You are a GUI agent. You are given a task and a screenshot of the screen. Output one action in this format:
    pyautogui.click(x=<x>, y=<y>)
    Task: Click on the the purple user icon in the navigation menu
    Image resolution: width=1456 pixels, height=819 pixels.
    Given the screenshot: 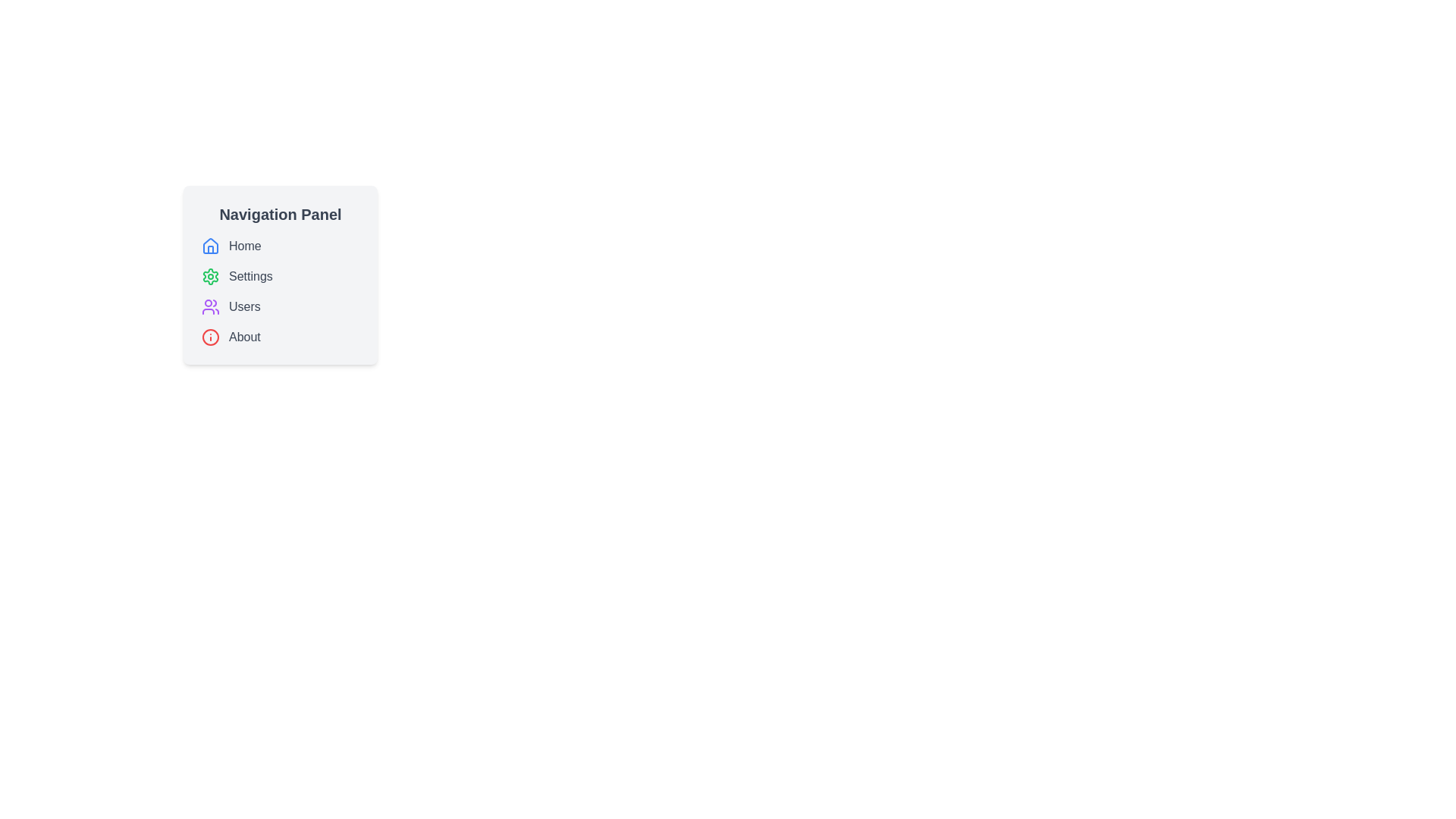 What is the action you would take?
    pyautogui.click(x=210, y=307)
    